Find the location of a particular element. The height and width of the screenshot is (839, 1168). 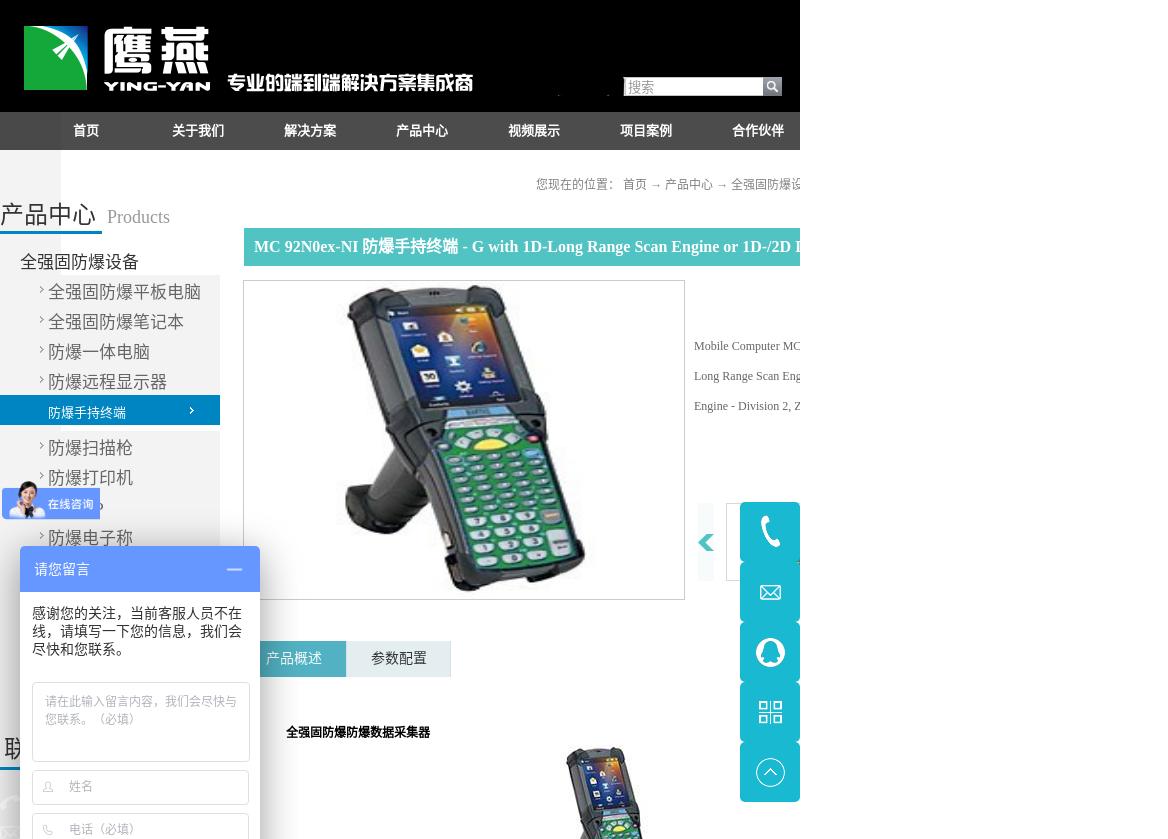

'Mobile Computer MC 92N0ex-NI - G with 1D-' is located at coordinates (693, 346).